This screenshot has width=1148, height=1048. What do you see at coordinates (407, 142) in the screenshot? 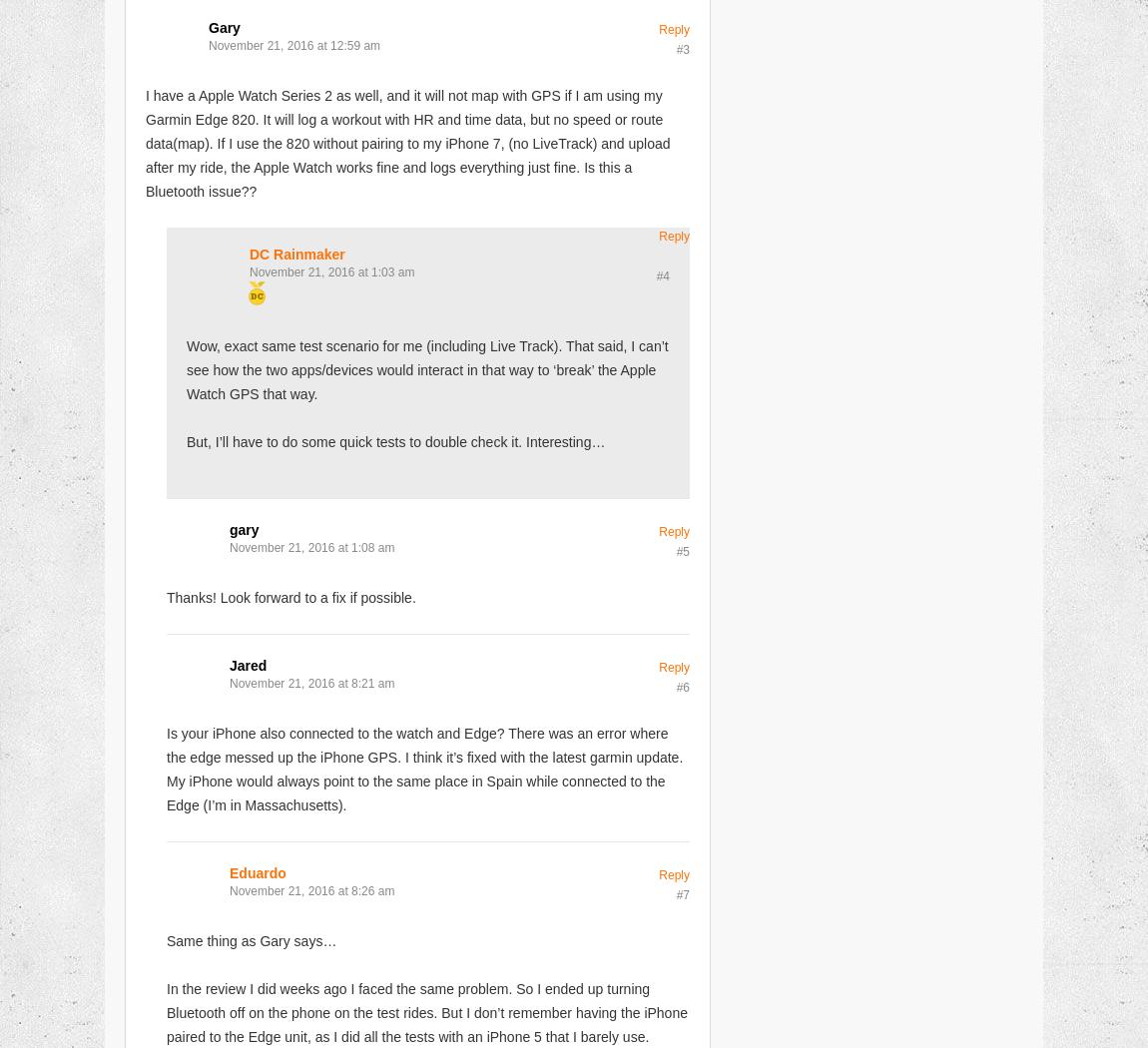
I see `'I have a Apple Watch Series 2 as well, and it will not map with GPS if I am using my Garmin Edge 820. It will log a workout with HR and time data, but no speed or route data(map). If I use the 820 without pairing to my iPhone 7, (no LiveTrack) and upload after my ride, the Apple Watch works fine and logs everything just fine. Is this a Bluetooth issue??'` at bounding box center [407, 142].